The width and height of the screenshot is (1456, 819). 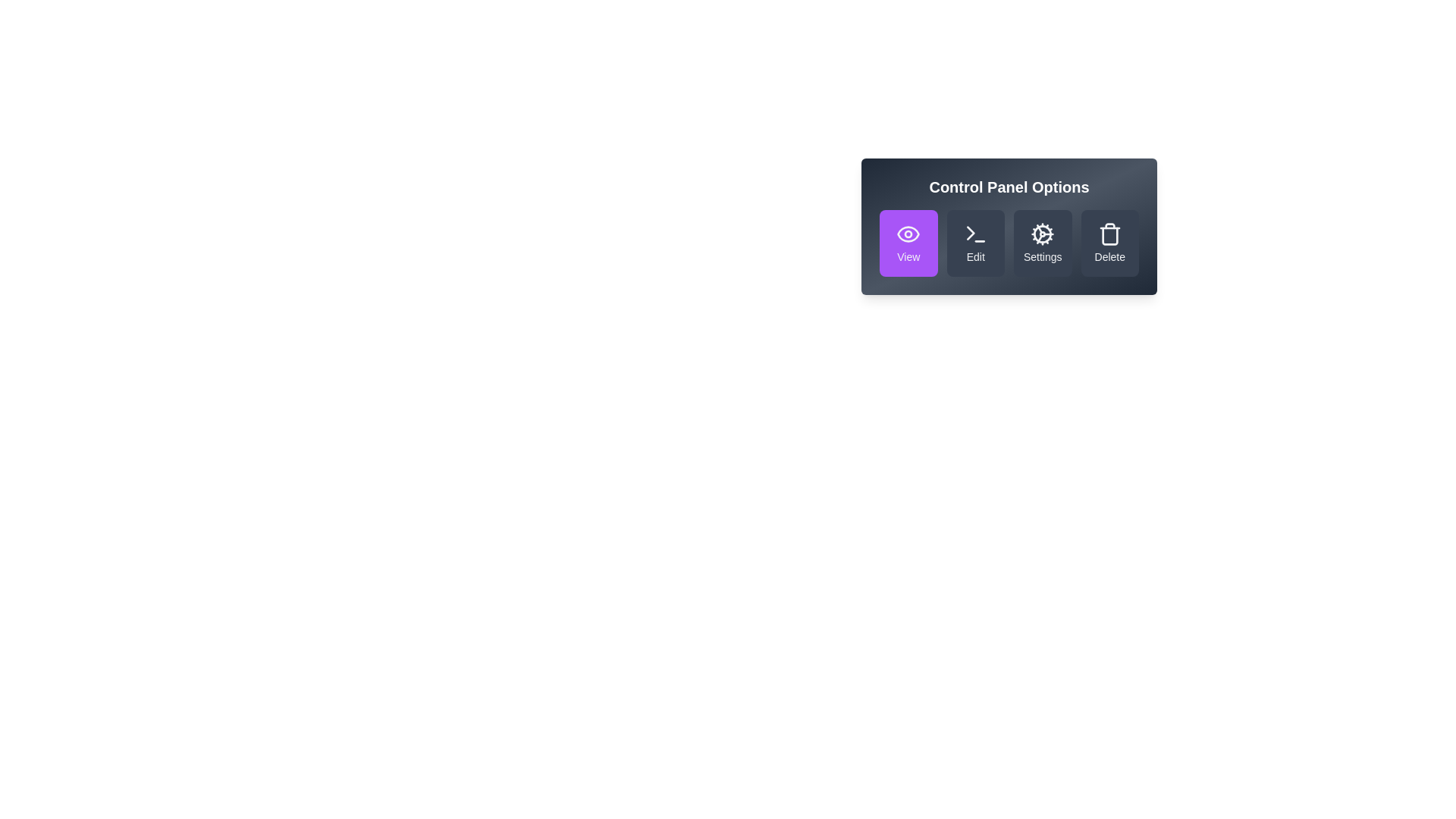 I want to click on the delete icon located at the far right of the control panel, directly below the text 'Delete', which is the fourth option from the left, so click(x=1109, y=236).